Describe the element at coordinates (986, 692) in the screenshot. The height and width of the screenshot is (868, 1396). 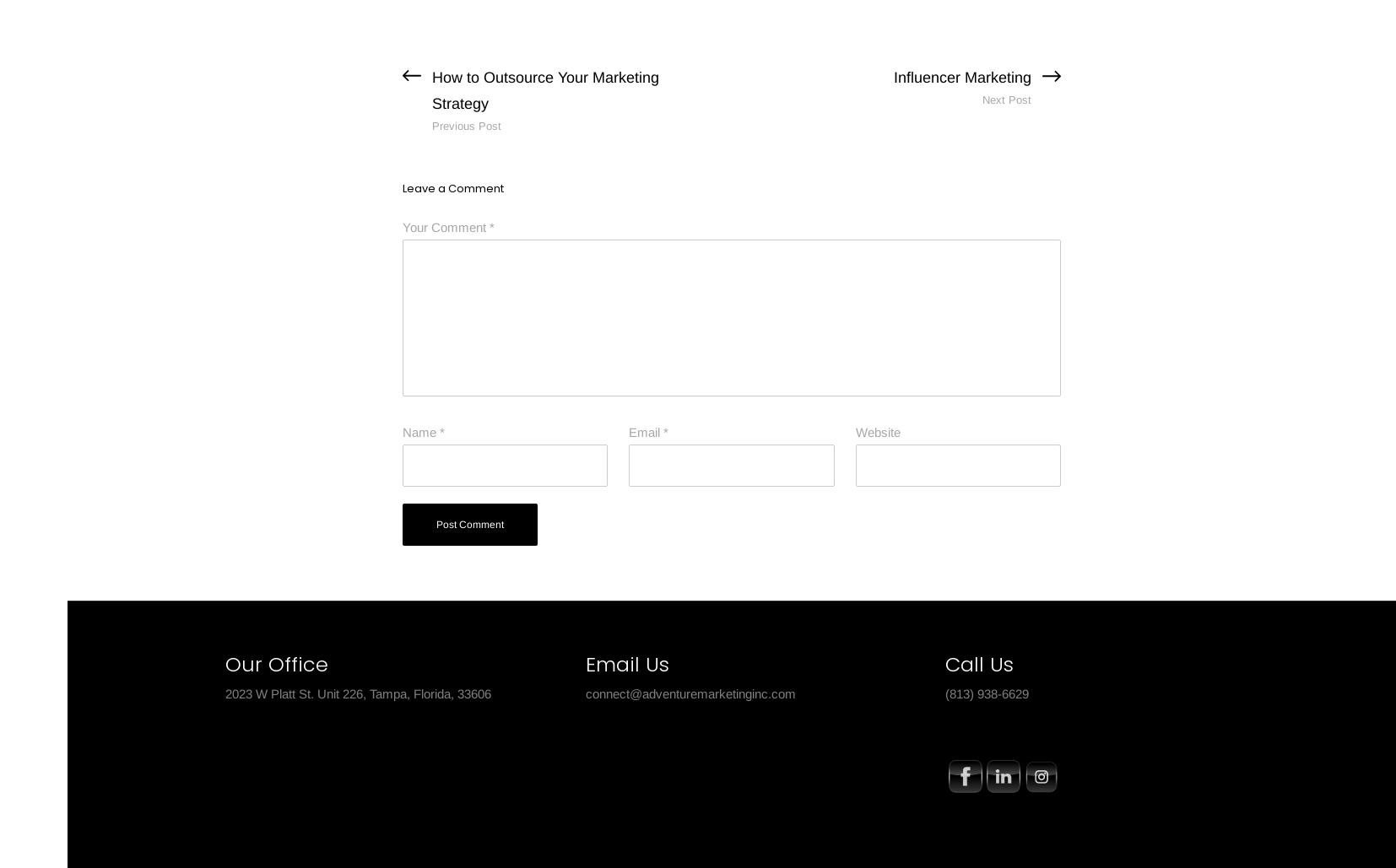
I see `'(813) 938-6629'` at that location.